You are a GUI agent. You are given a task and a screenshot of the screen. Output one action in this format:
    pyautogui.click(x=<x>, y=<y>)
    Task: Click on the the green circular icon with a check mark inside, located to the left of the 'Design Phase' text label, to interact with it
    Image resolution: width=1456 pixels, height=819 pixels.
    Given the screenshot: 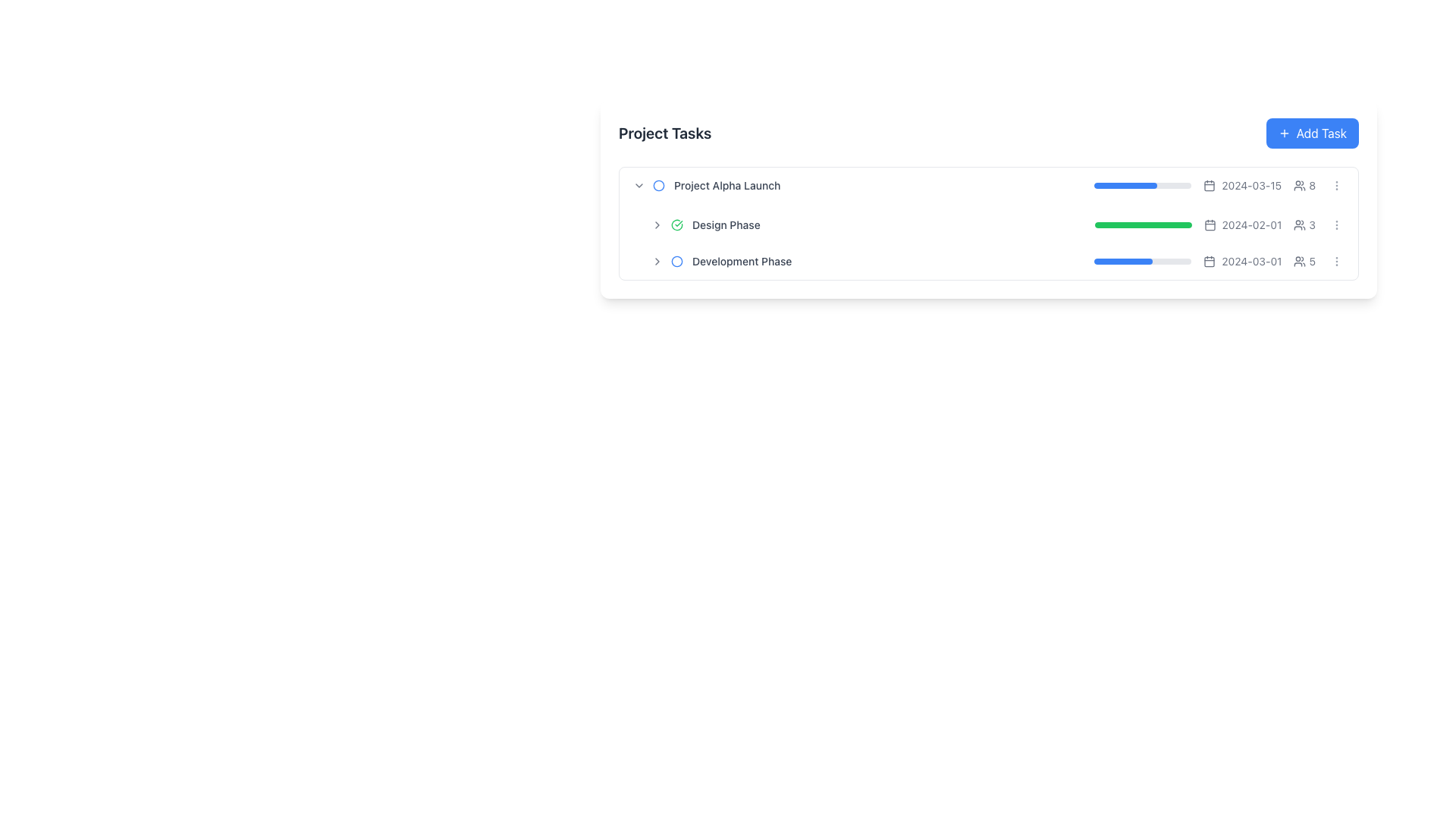 What is the action you would take?
    pyautogui.click(x=676, y=225)
    